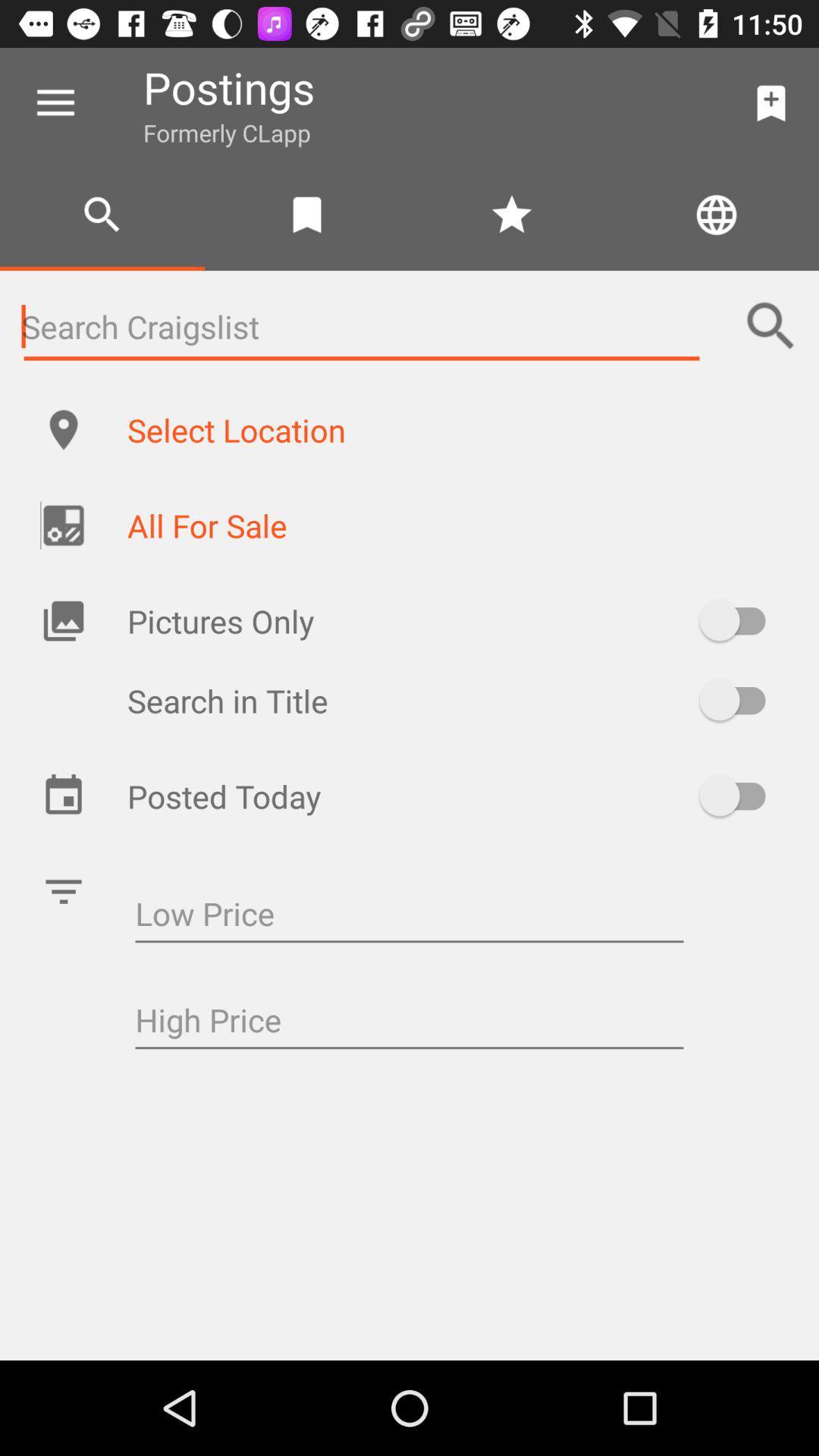  Describe the element at coordinates (409, 1022) in the screenshot. I see `type high price` at that location.